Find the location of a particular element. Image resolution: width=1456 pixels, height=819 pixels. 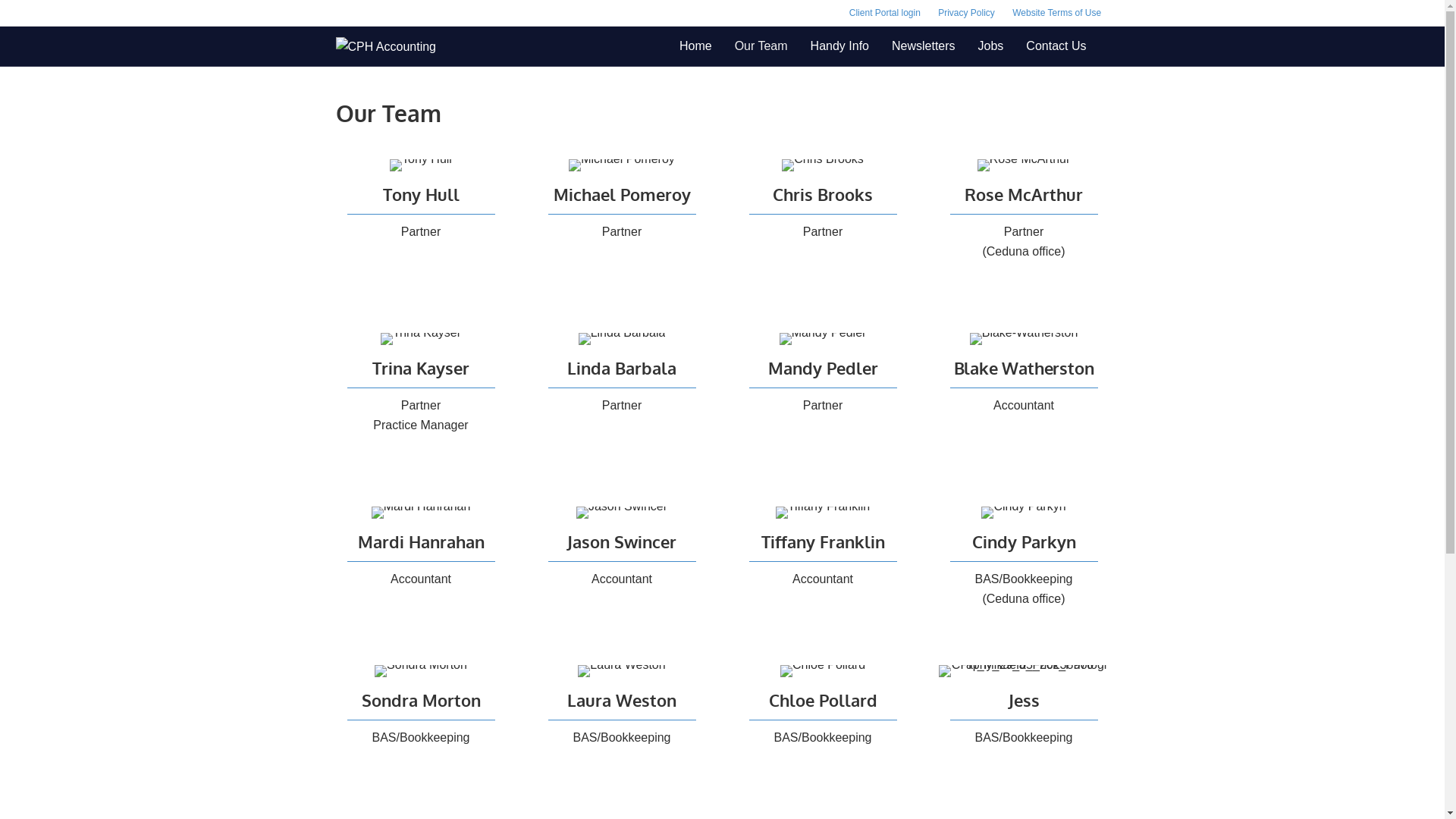

'Home' is located at coordinates (695, 45).